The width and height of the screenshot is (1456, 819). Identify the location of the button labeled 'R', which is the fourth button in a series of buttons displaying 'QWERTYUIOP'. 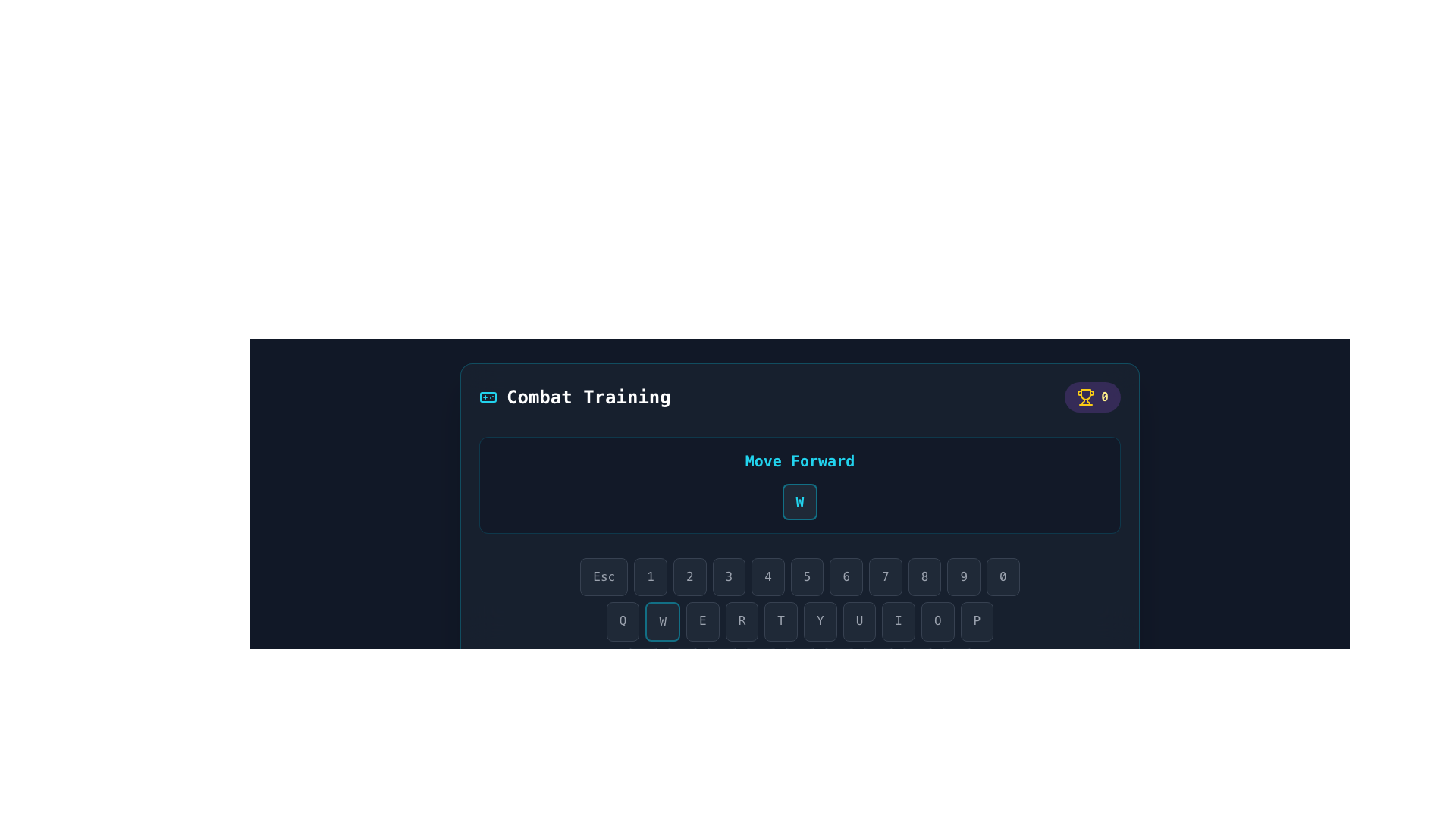
(742, 622).